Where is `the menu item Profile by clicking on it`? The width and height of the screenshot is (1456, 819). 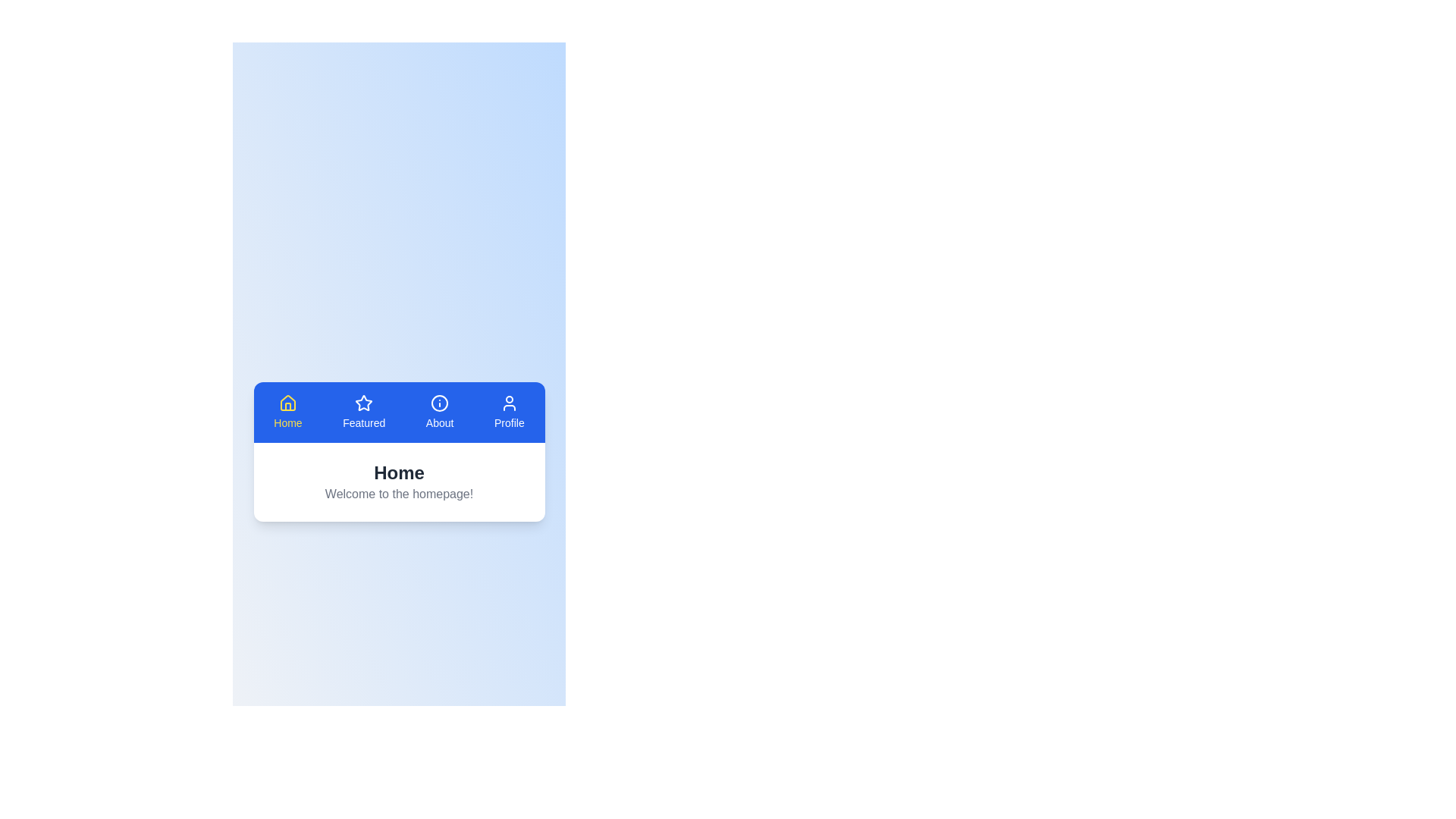 the menu item Profile by clicking on it is located at coordinates (509, 412).